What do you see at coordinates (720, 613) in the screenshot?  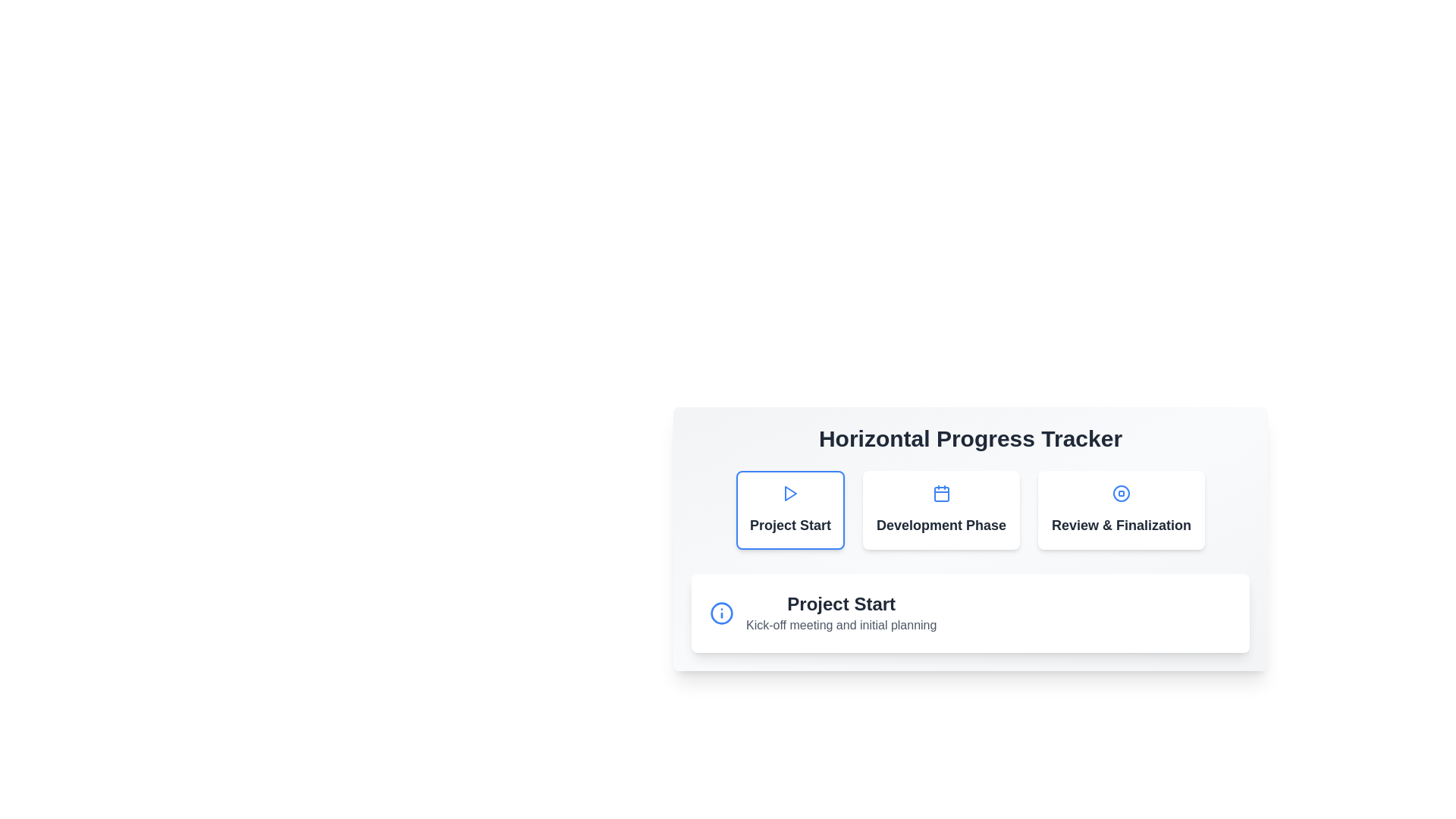 I see `the info icon represented by the circular vector graphic located at the top left of the project tracking card` at bounding box center [720, 613].